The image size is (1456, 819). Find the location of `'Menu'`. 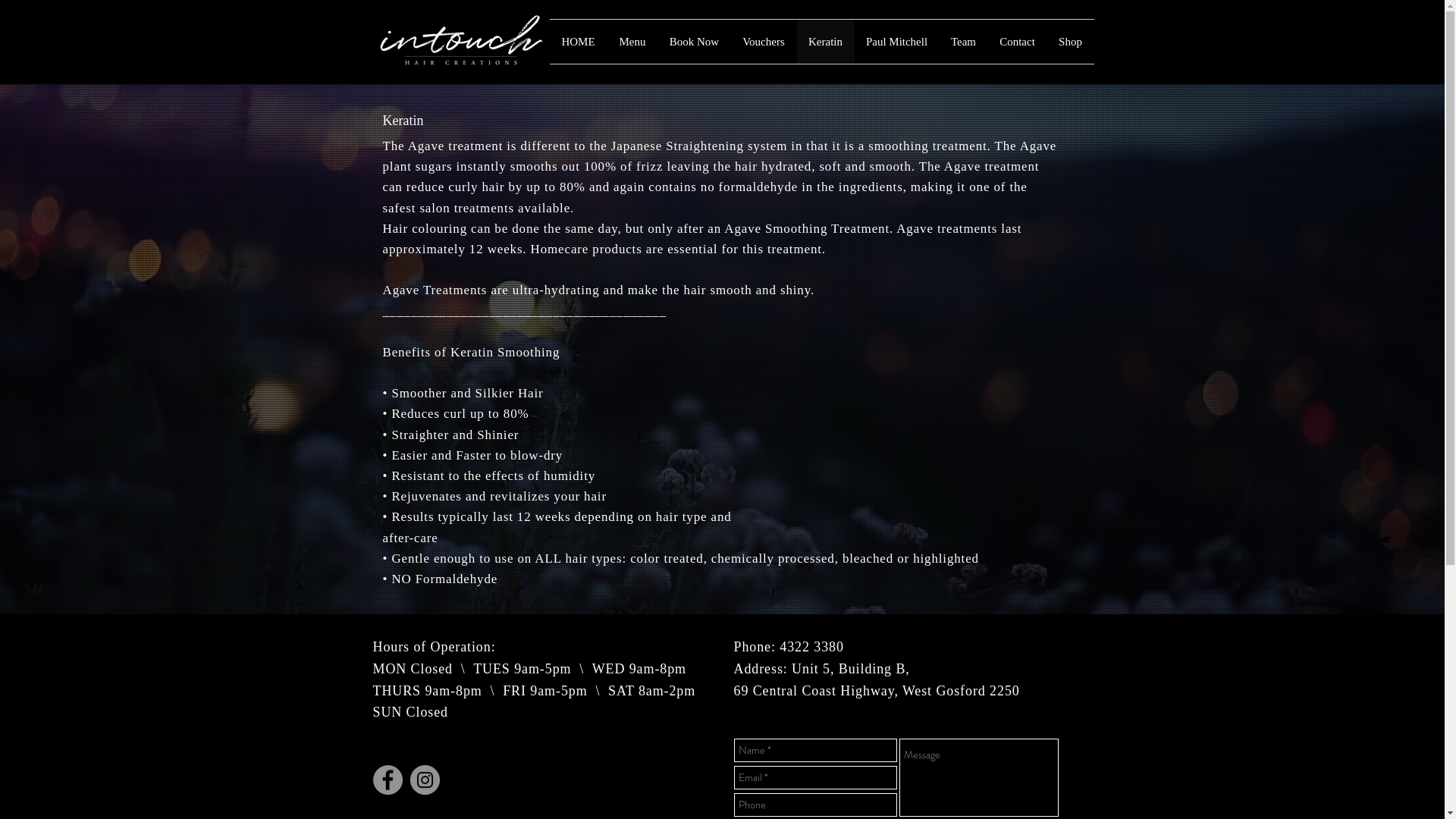

'Menu' is located at coordinates (632, 40).